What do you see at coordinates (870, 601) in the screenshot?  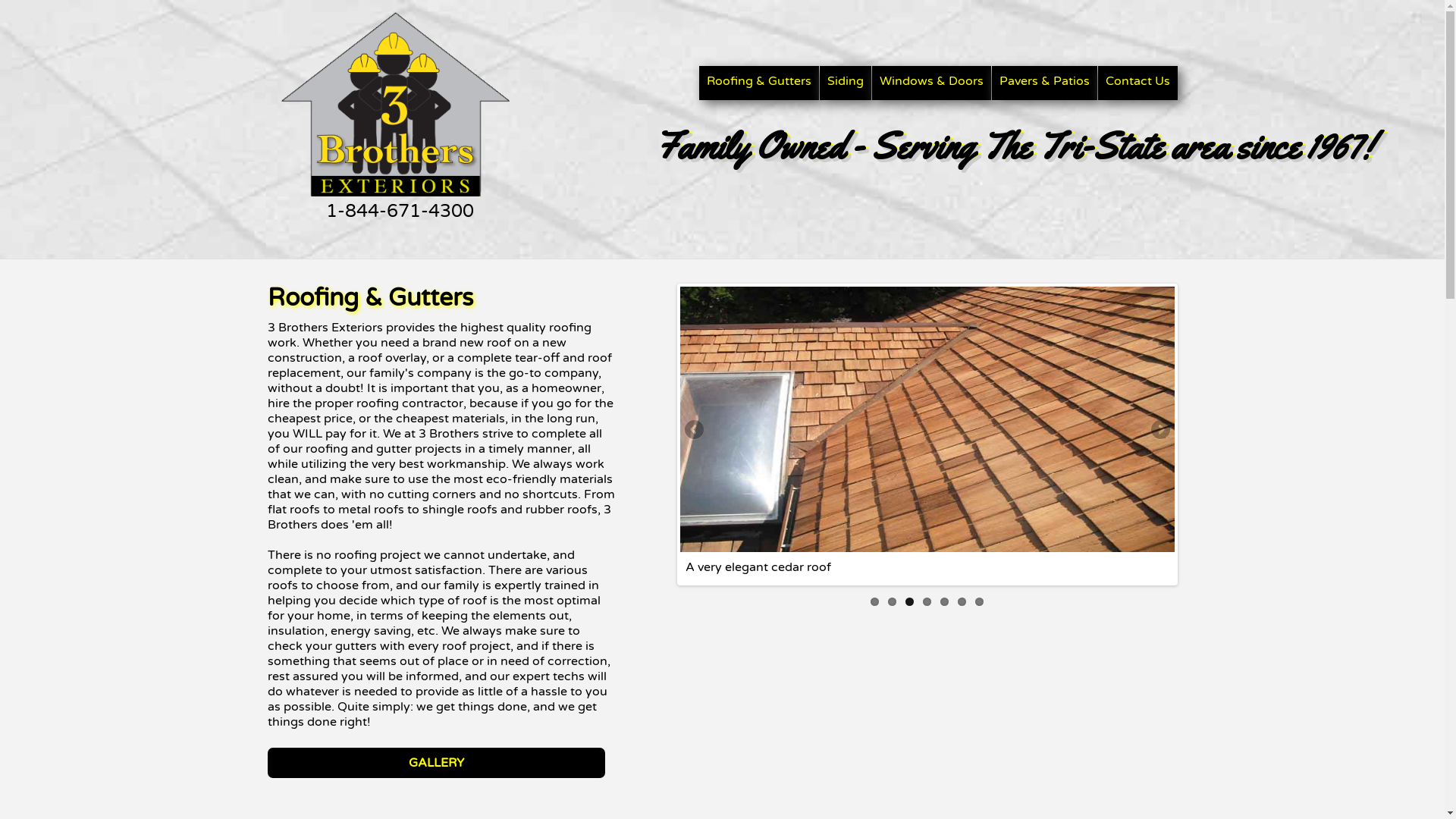 I see `'1'` at bounding box center [870, 601].